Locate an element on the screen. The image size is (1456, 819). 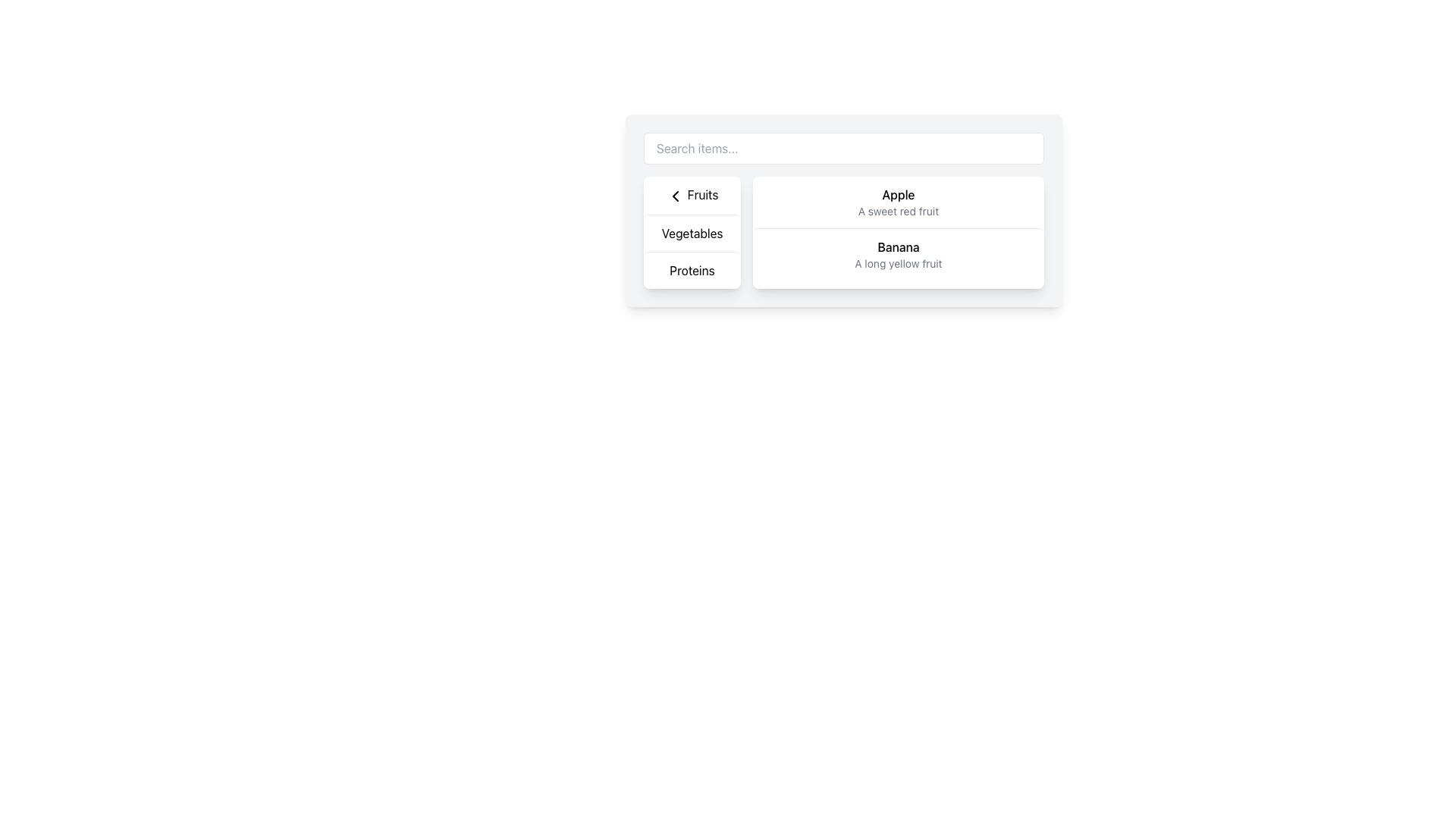
the list item displaying 'Apple' is located at coordinates (899, 201).